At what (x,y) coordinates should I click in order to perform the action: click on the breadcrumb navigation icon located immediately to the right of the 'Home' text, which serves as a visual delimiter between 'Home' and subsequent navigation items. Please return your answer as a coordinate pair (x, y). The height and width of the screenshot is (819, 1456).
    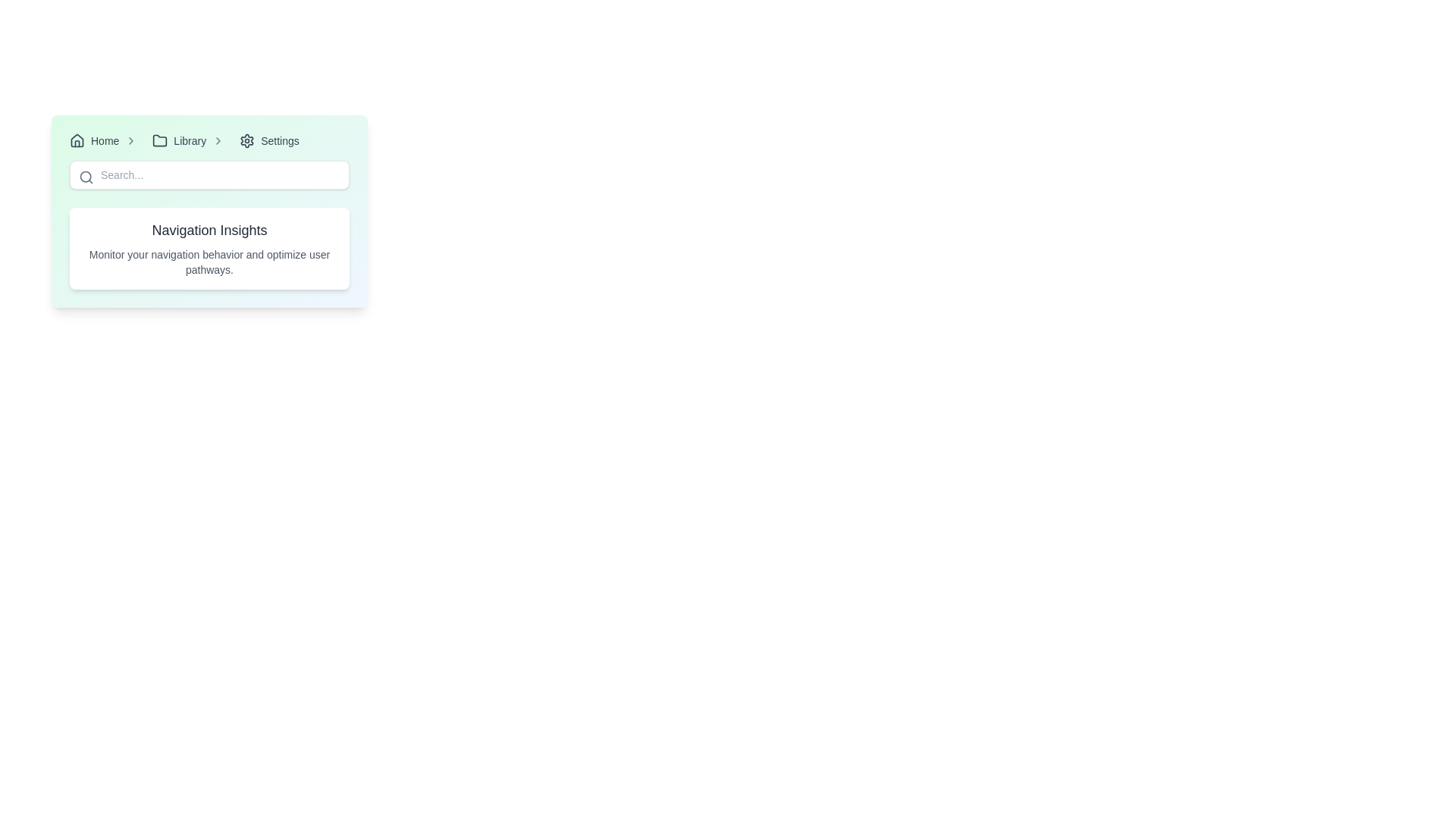
    Looking at the image, I should click on (131, 140).